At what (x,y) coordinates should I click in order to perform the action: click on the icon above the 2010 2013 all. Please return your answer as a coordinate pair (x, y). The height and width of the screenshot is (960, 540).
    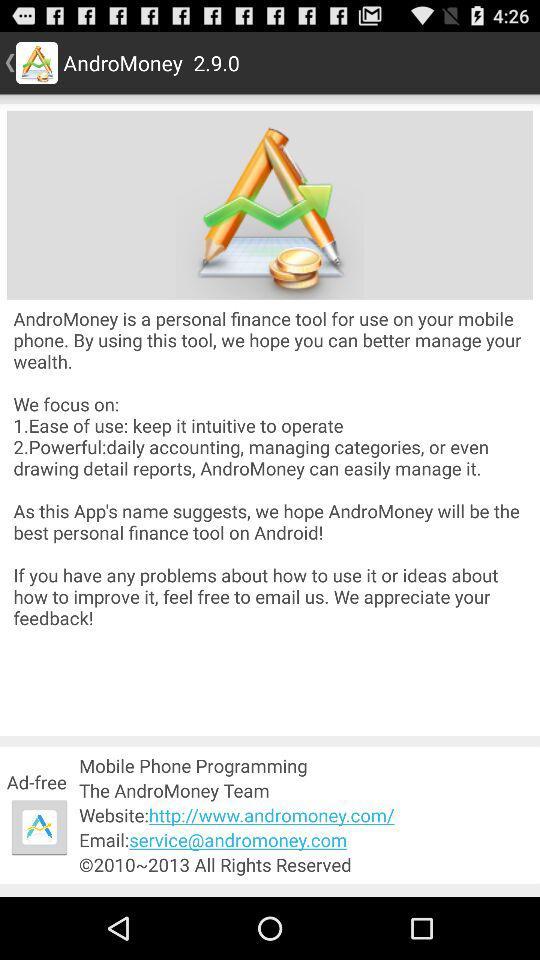
    Looking at the image, I should click on (306, 840).